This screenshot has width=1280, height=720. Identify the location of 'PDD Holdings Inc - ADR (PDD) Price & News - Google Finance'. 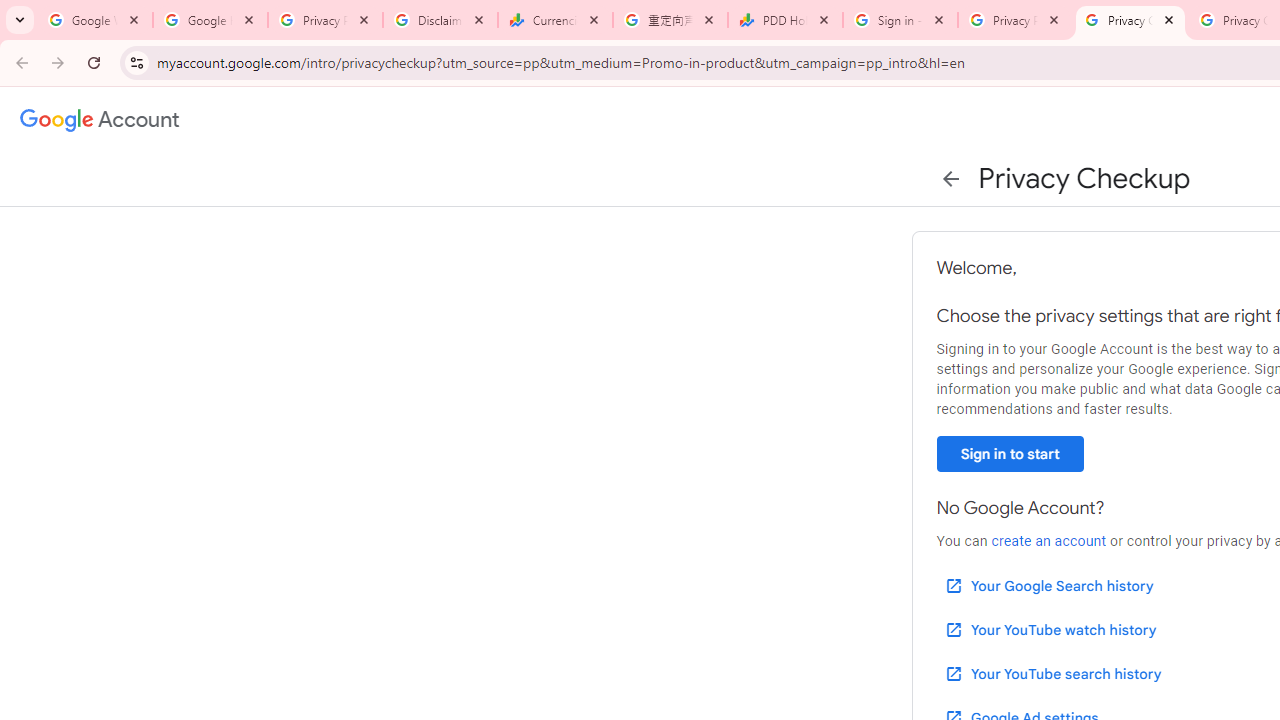
(784, 20).